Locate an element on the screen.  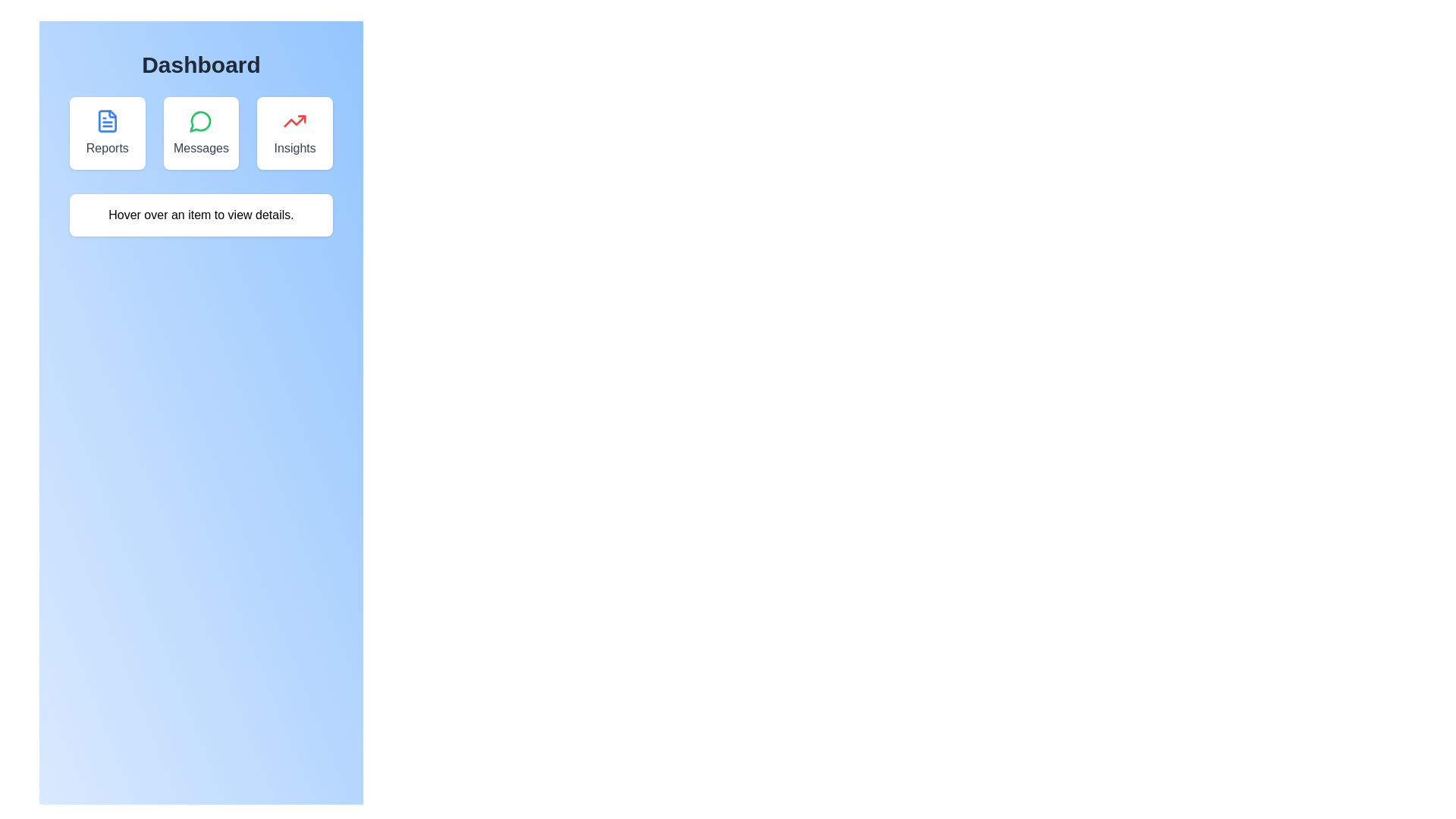
the 'Messages' icon located in the center of the 'Messages' card, which is the middle card under the 'Dashboard' heading is located at coordinates (200, 120).